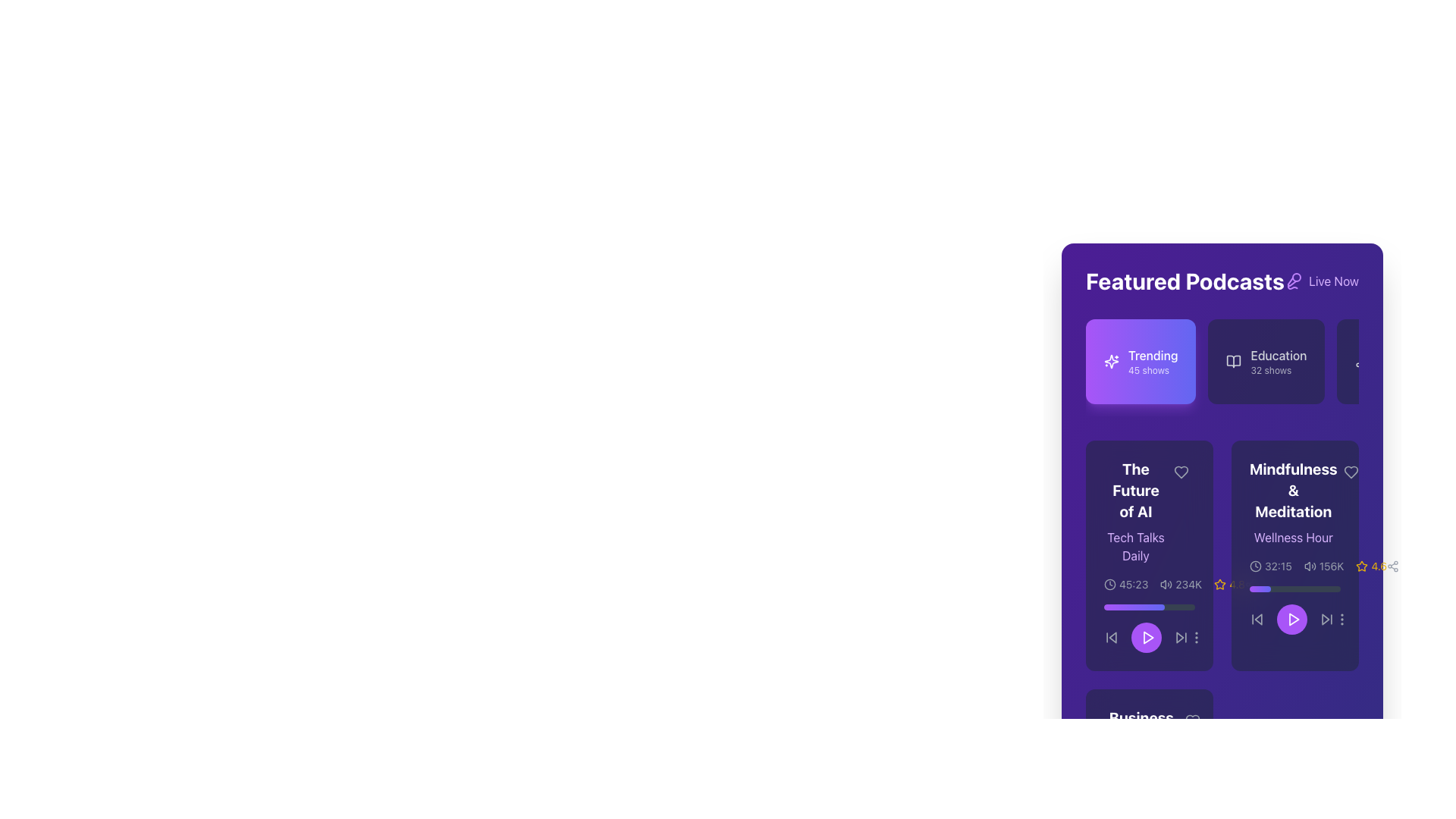  Describe the element at coordinates (1371, 566) in the screenshot. I see `the rating display, which consists of a yellow star icon and the text '4.6', positioned at the bottom of the podcast description card` at that location.